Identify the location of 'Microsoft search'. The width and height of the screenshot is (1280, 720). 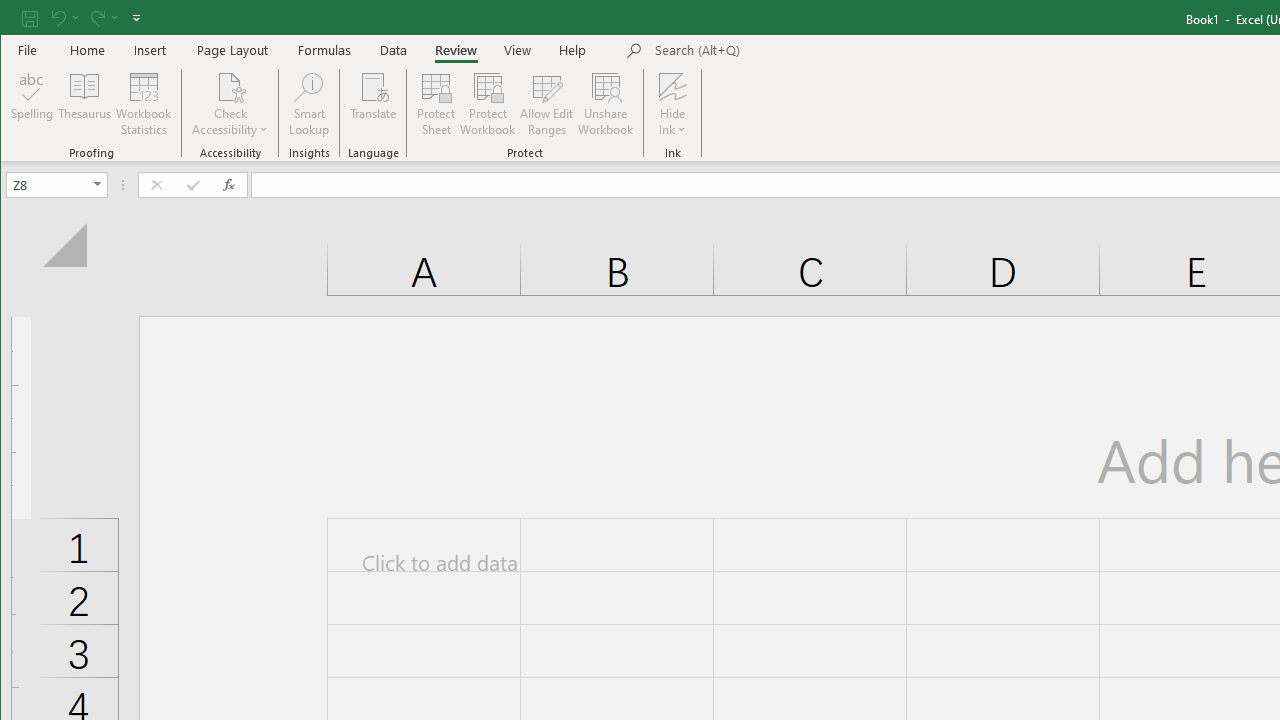
(793, 50).